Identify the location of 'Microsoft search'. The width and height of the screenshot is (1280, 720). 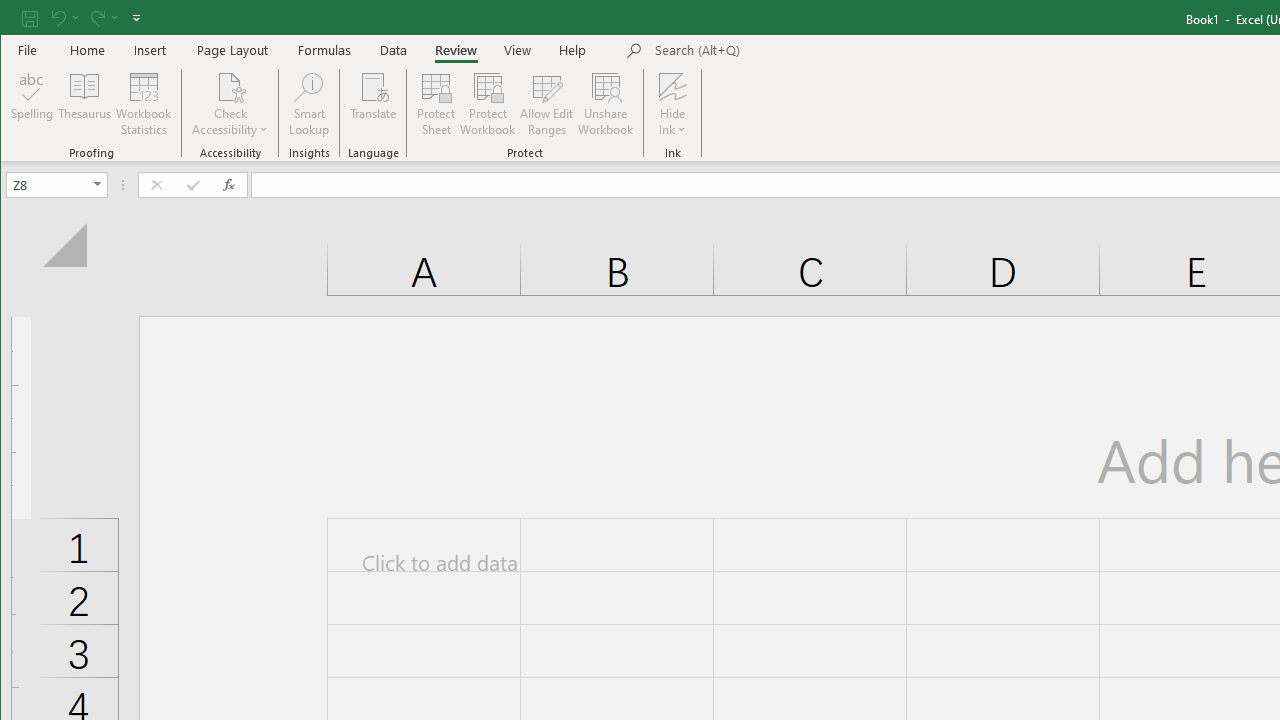
(793, 50).